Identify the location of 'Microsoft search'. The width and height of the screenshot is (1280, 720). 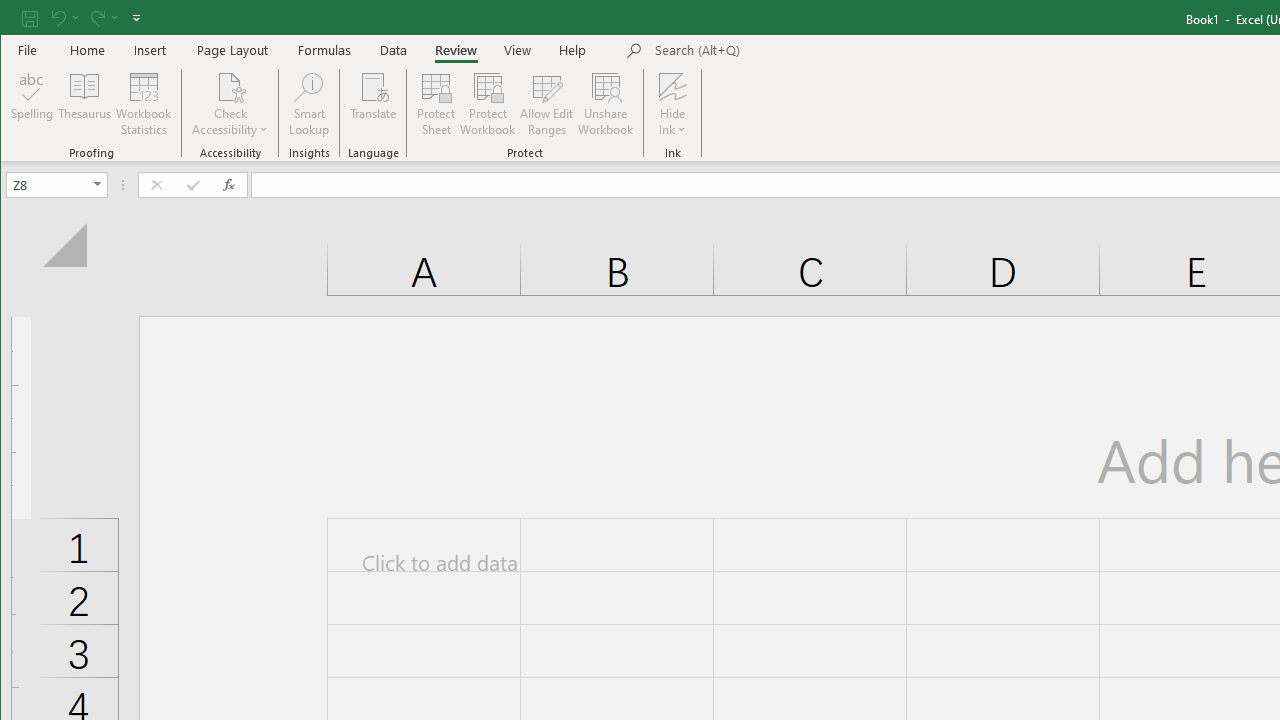
(793, 50).